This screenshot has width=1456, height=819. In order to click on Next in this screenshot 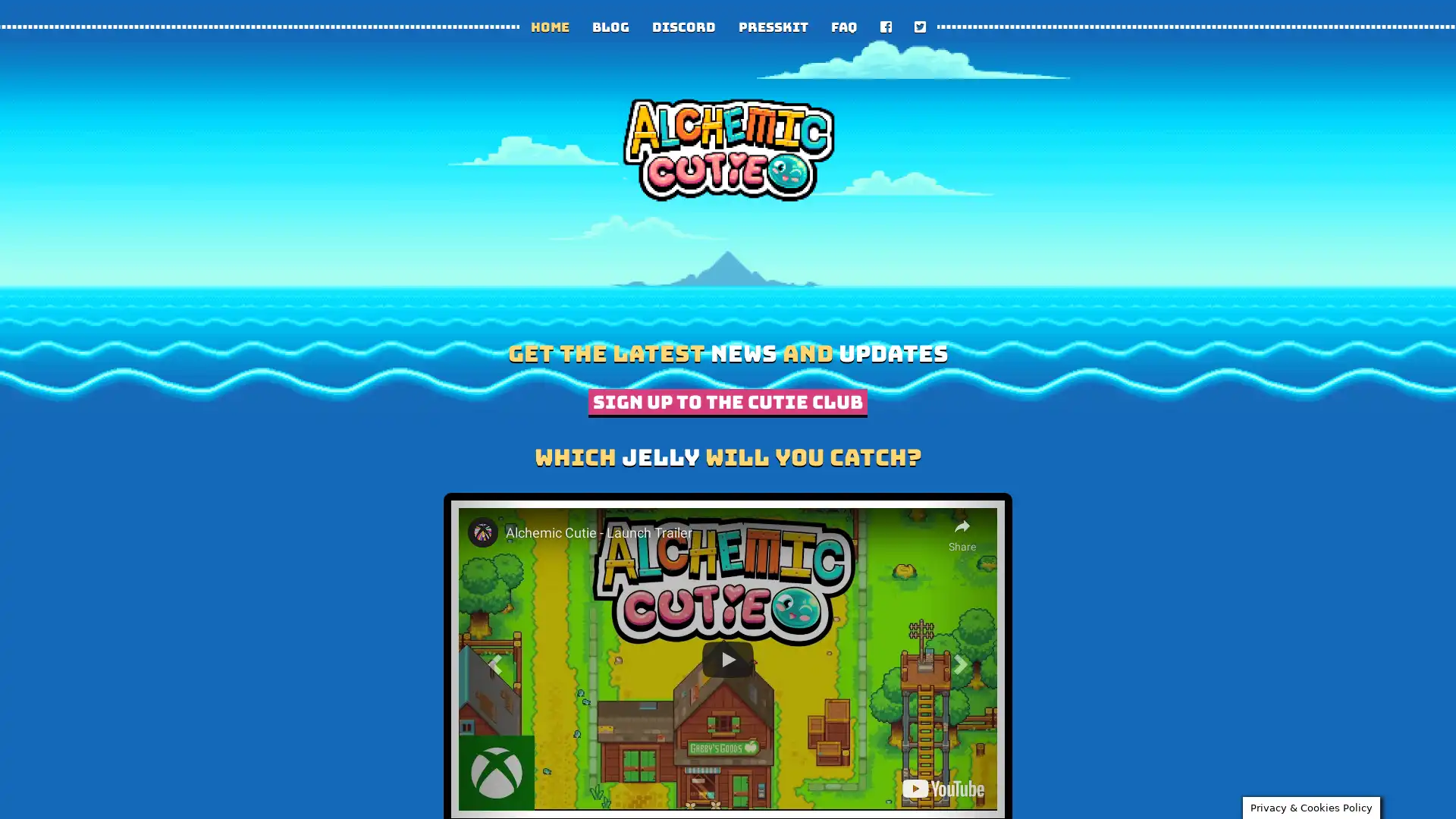, I will do `click(962, 658)`.